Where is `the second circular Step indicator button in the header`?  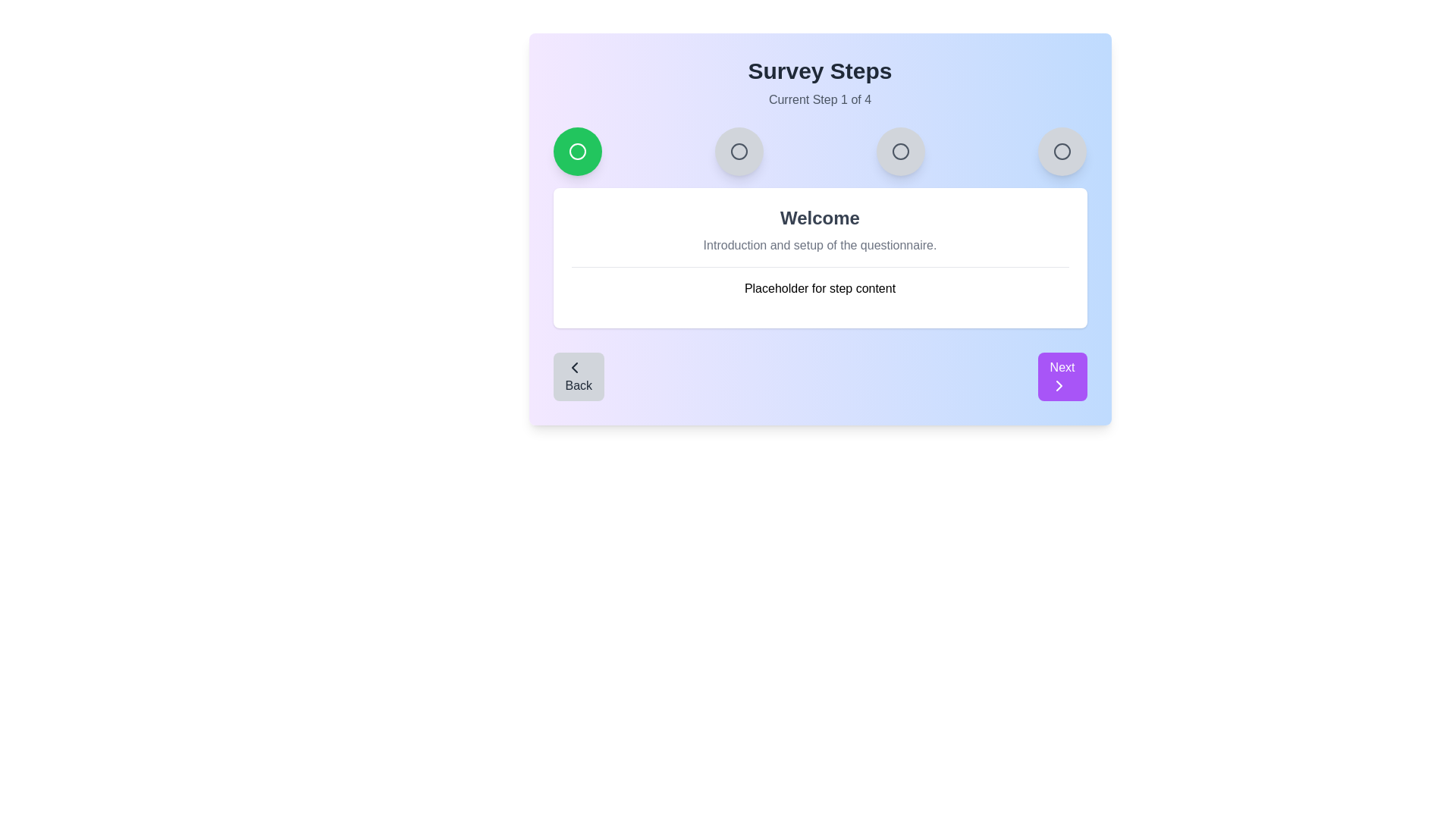 the second circular Step indicator button in the header is located at coordinates (739, 152).